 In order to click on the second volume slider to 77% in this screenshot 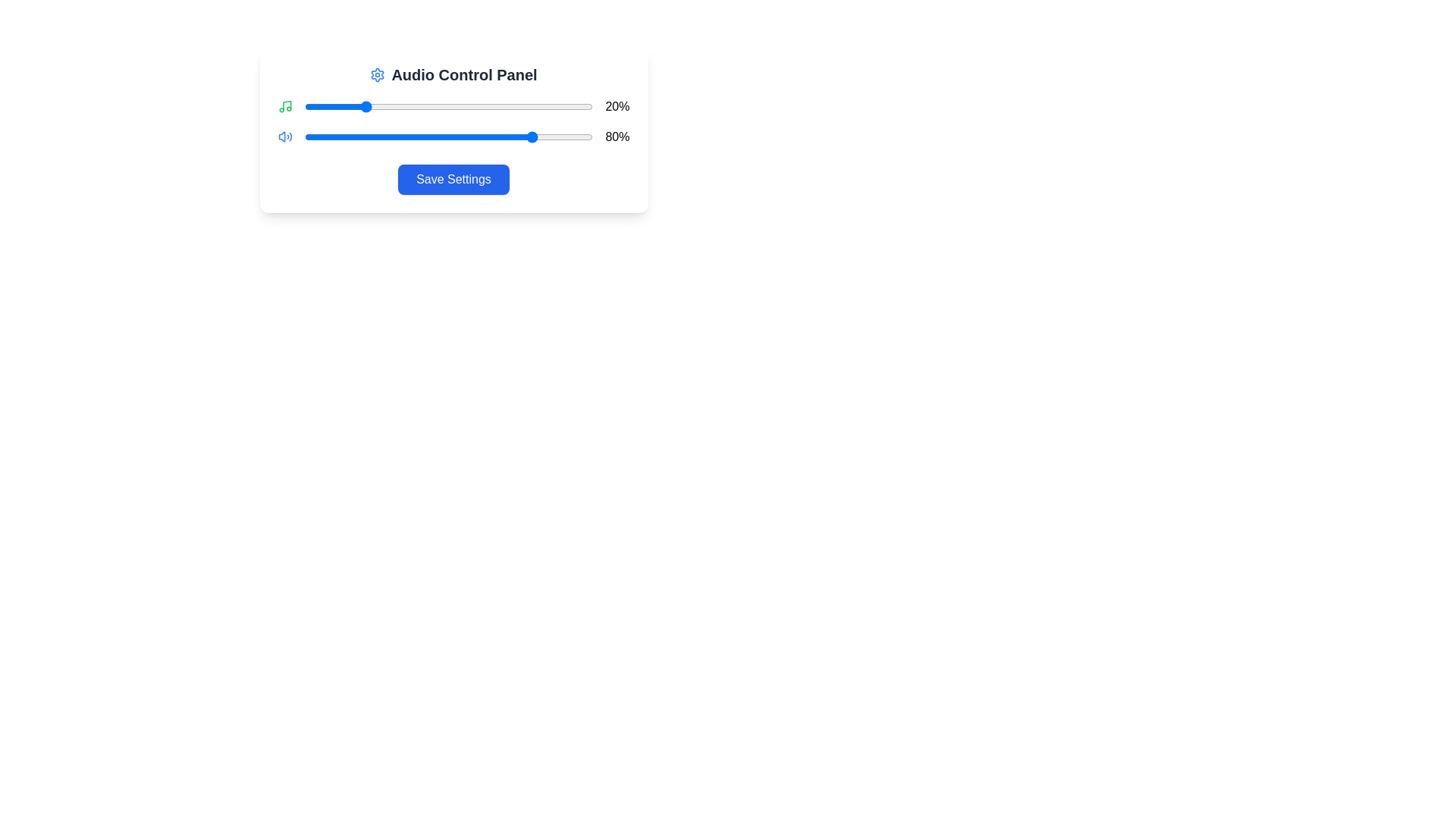, I will do `click(527, 137)`.